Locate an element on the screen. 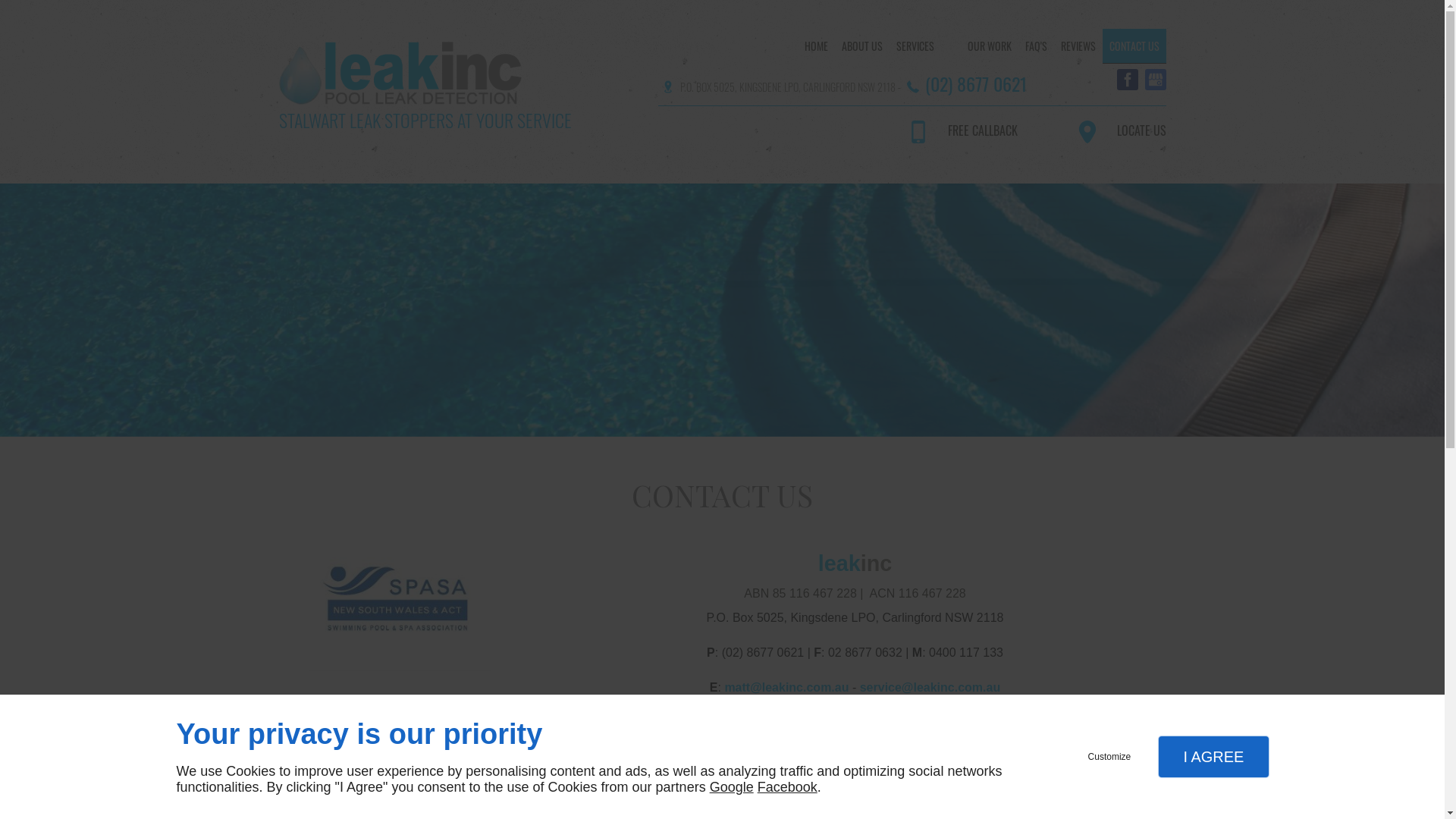  'REVIEWS' is located at coordinates (1077, 45).